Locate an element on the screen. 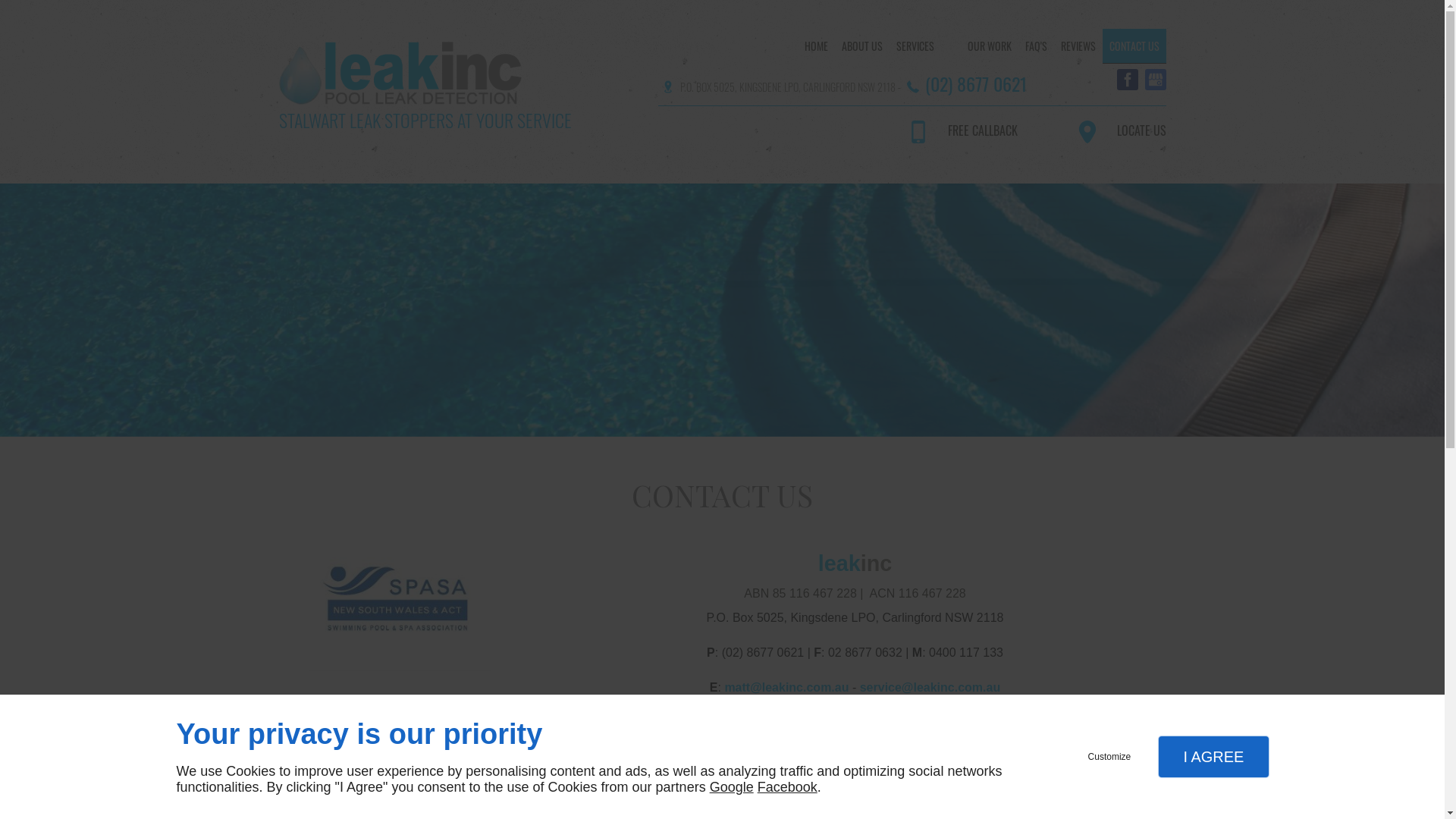  'REVIEWS' is located at coordinates (1077, 45).